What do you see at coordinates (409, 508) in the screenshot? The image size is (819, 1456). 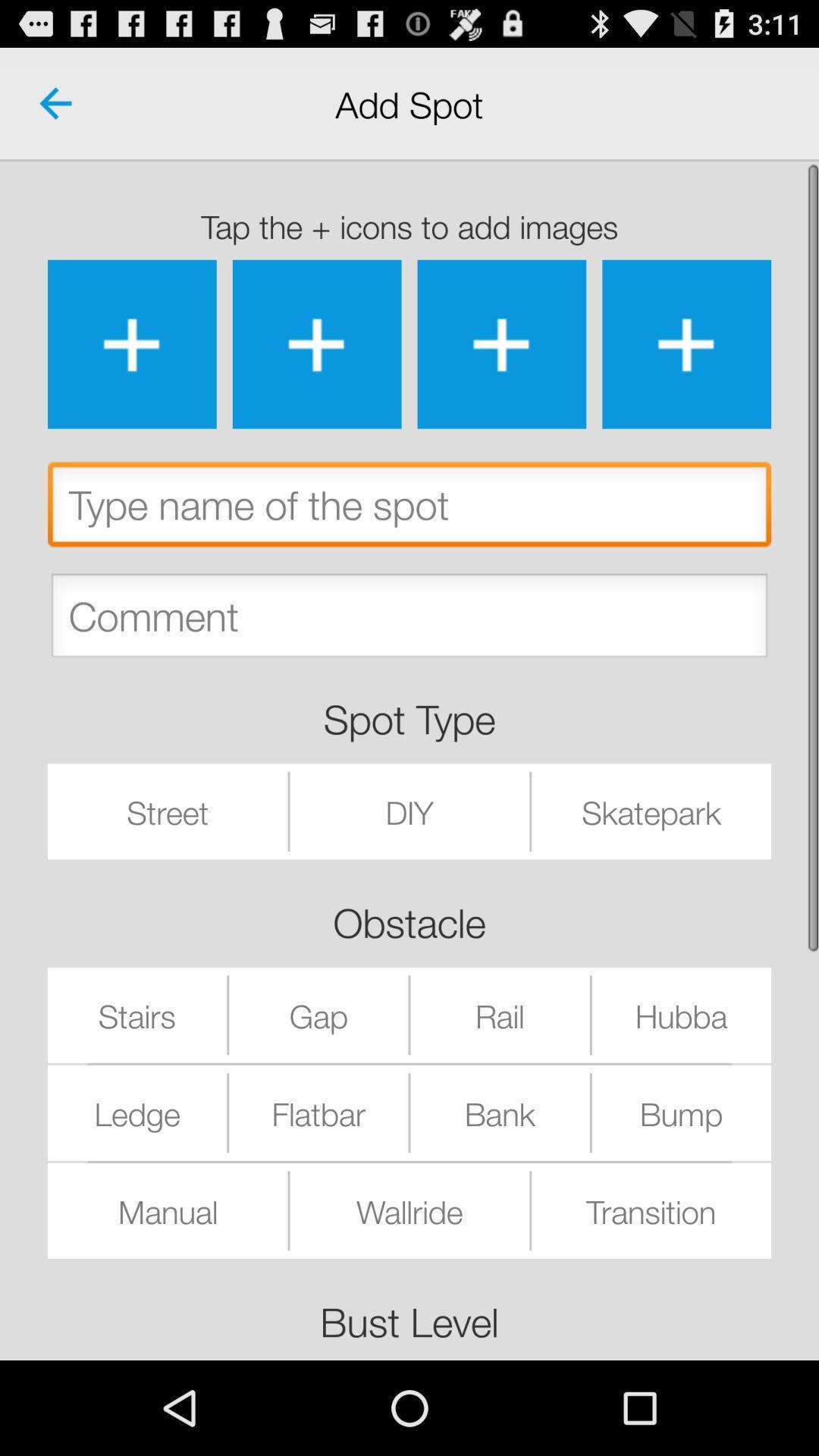 I see `type name` at bounding box center [409, 508].